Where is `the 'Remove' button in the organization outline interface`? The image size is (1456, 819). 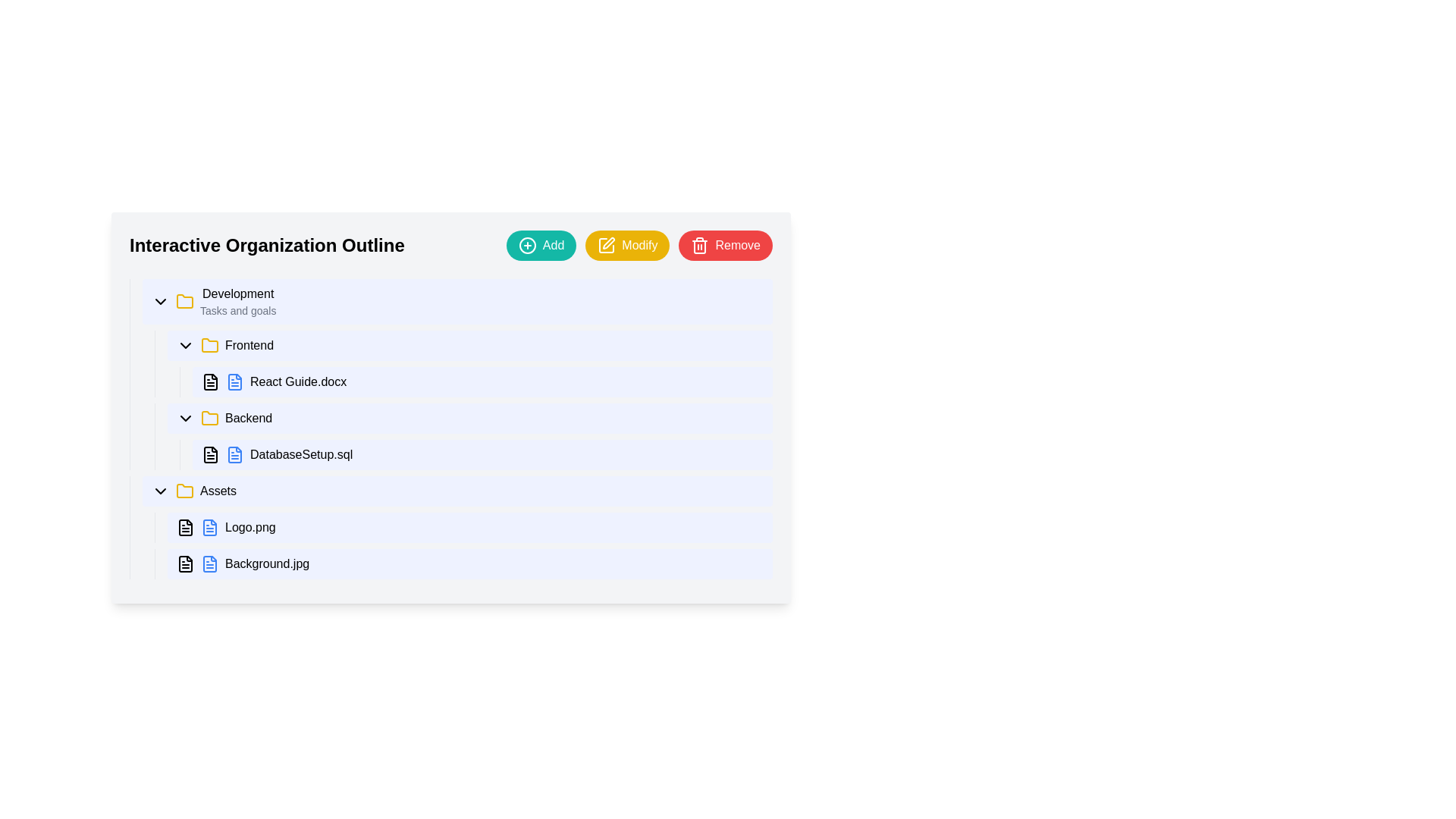 the 'Remove' button in the organization outline interface is located at coordinates (450, 245).